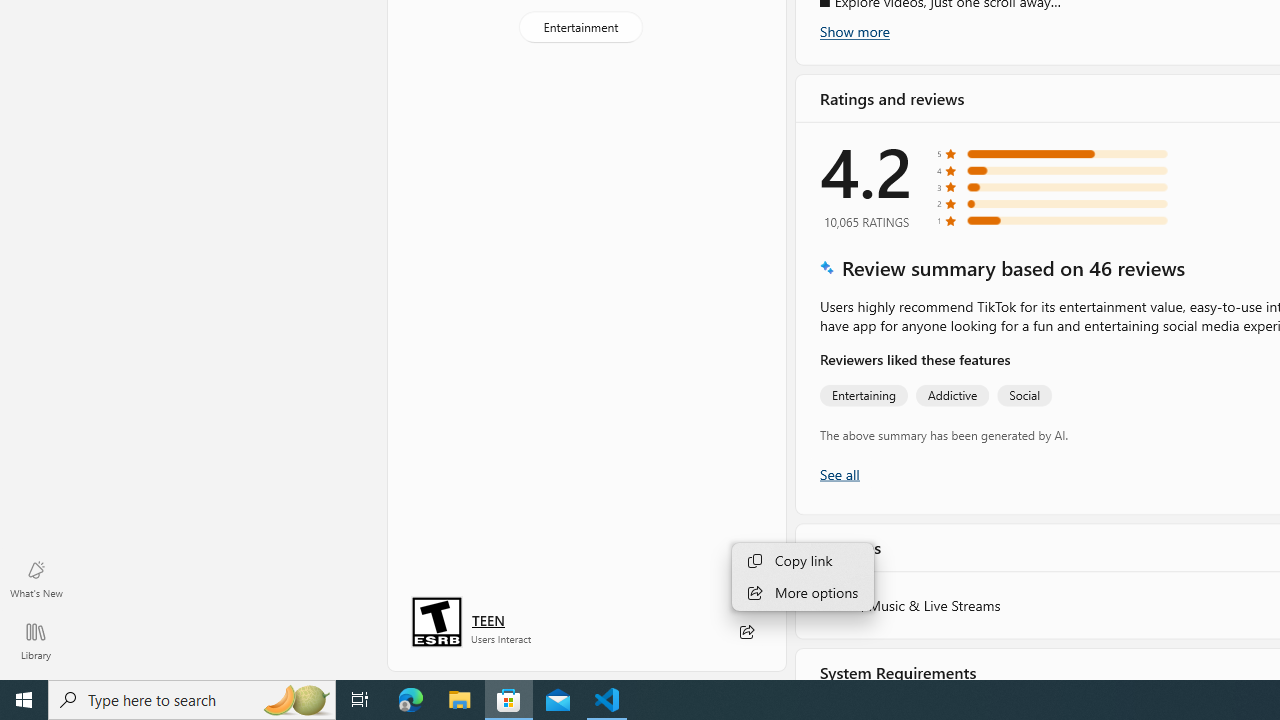 The image size is (1280, 720). What do you see at coordinates (35, 640) in the screenshot?
I see `'Library'` at bounding box center [35, 640].